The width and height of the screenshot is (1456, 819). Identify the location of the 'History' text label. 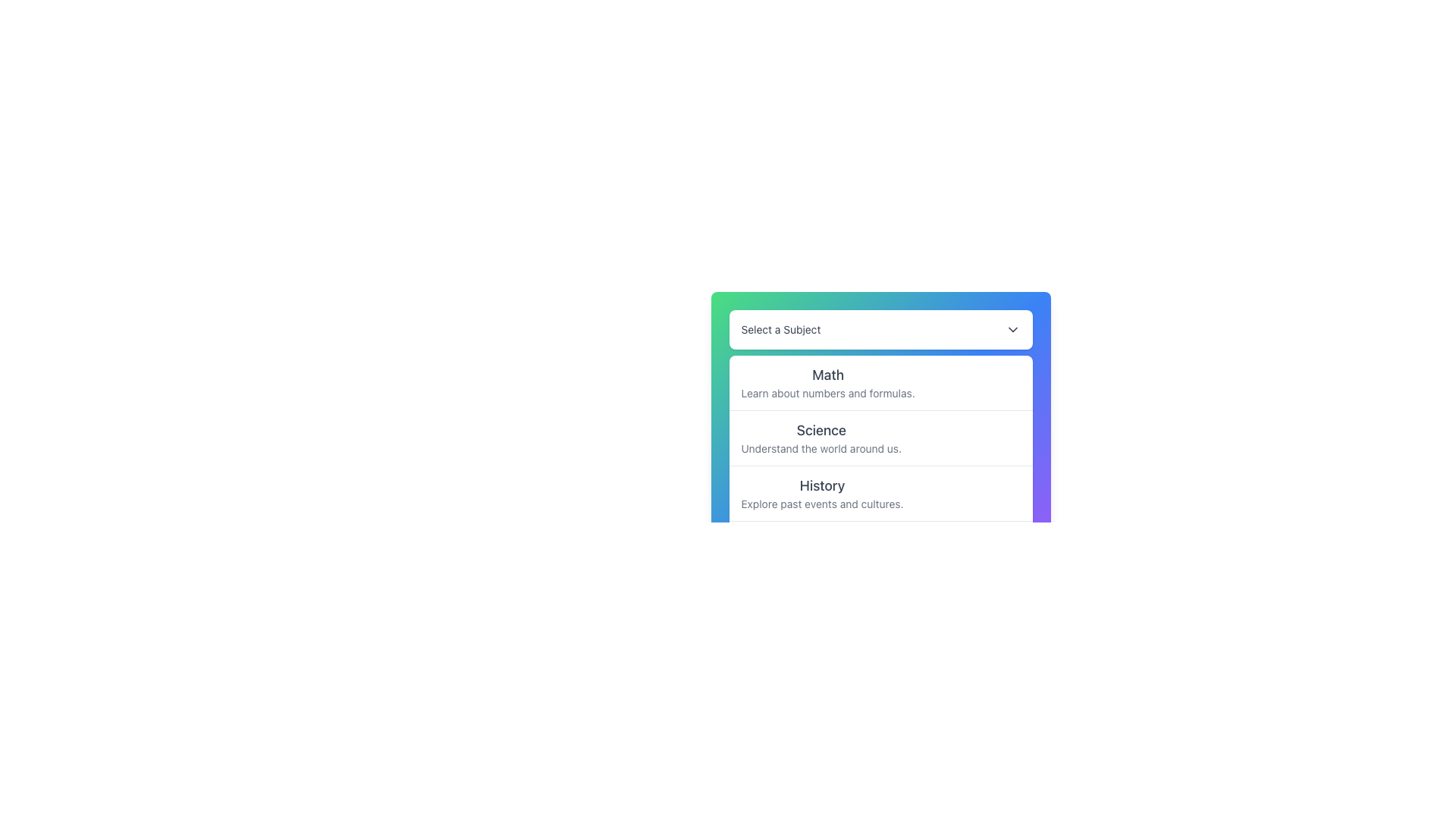
(821, 485).